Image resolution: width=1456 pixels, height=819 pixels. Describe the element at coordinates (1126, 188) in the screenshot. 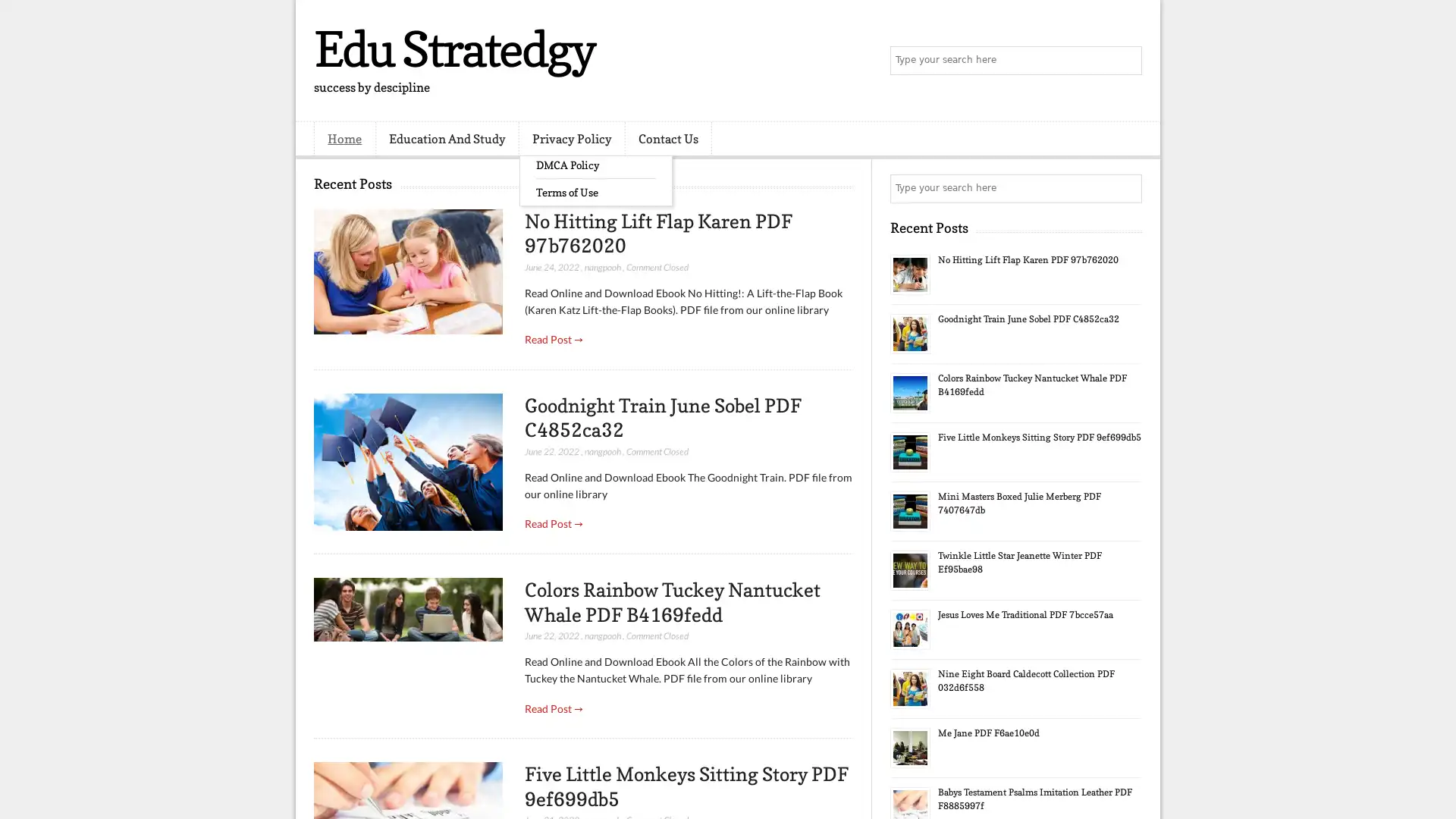

I see `Search` at that location.